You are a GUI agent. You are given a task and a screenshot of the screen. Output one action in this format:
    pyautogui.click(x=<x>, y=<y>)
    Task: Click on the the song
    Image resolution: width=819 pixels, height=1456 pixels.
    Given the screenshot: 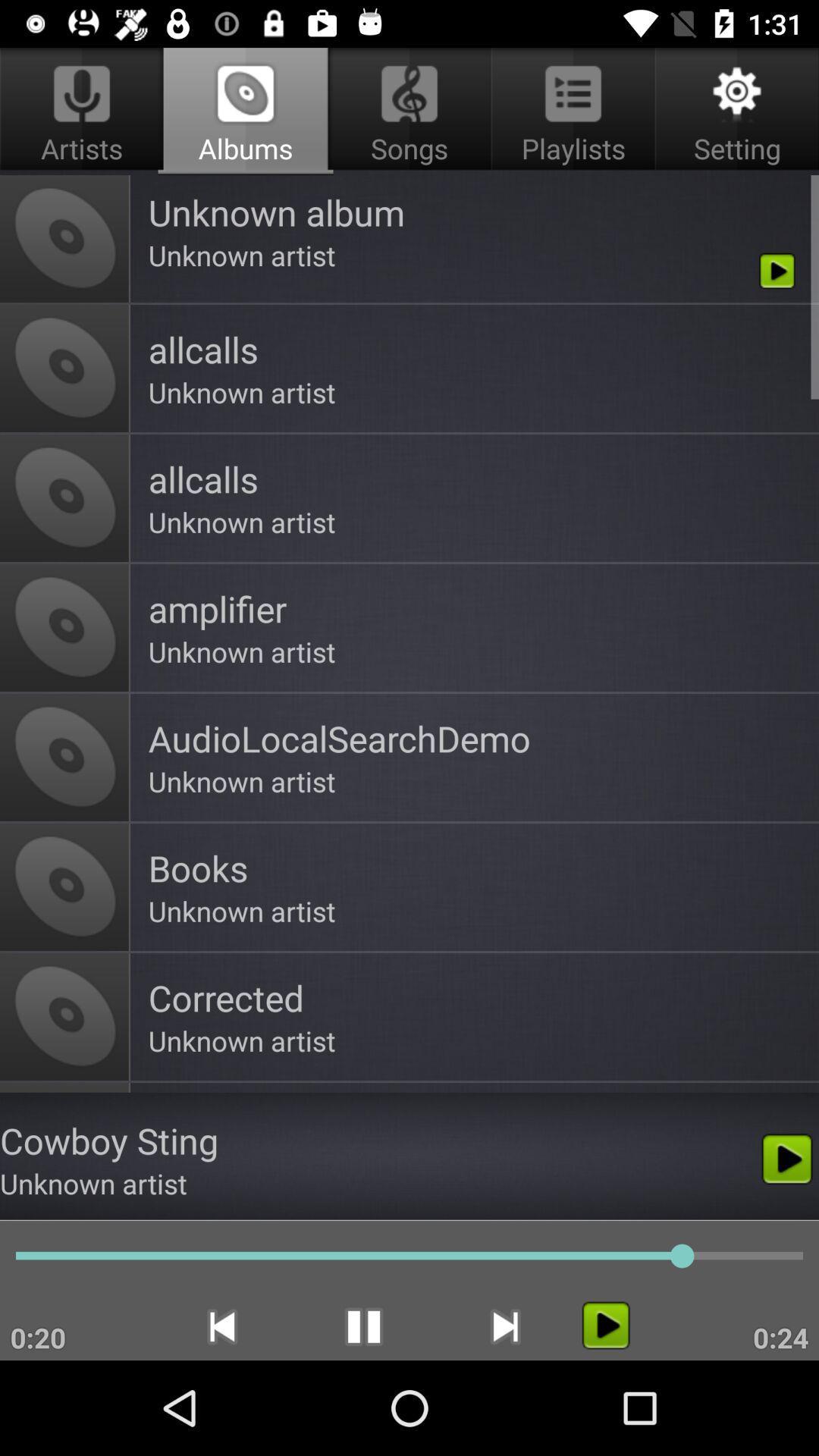 What is the action you would take?
    pyautogui.click(x=605, y=1324)
    